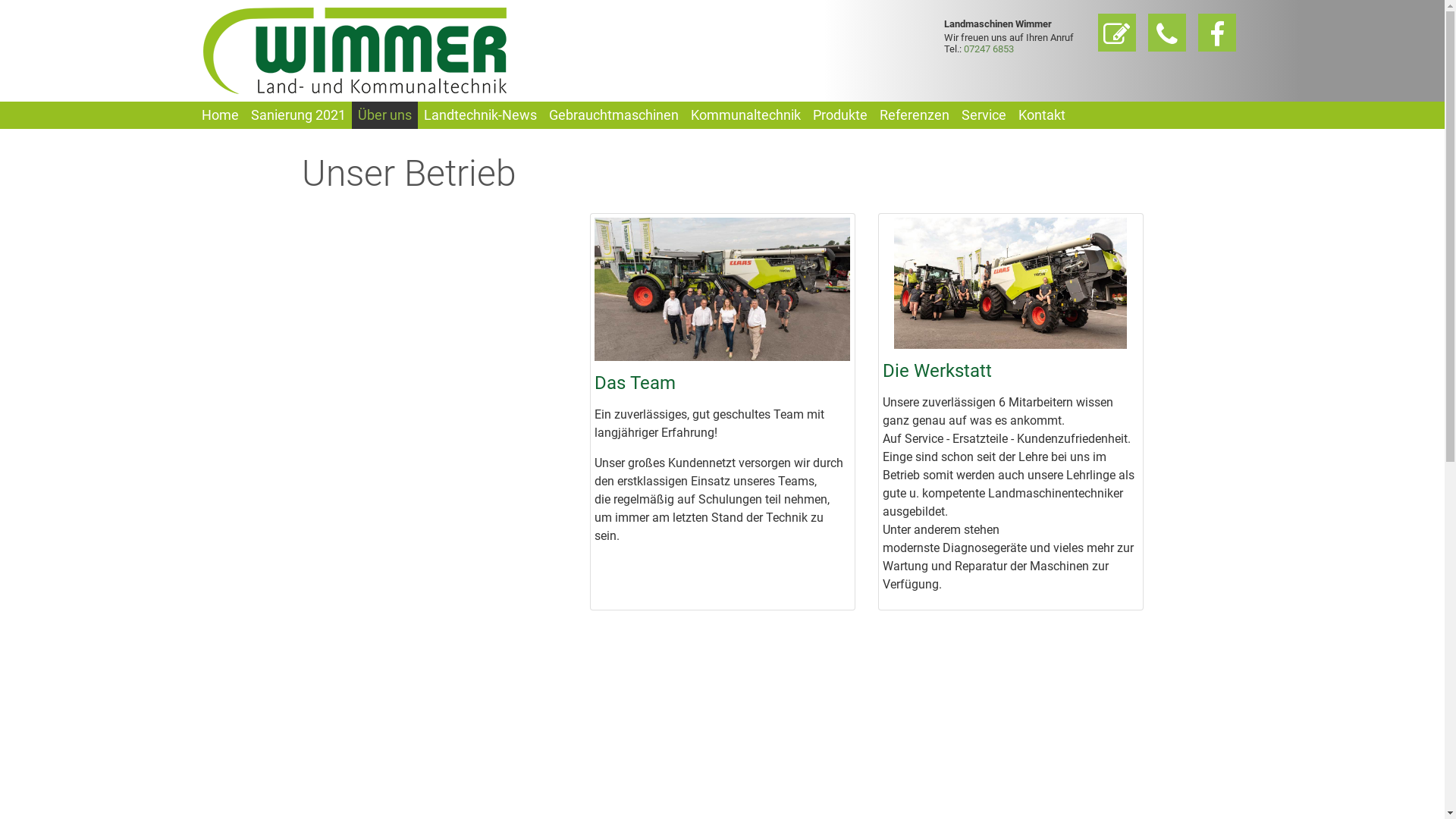 This screenshot has height=819, width=1456. I want to click on 'Home', so click(195, 114).